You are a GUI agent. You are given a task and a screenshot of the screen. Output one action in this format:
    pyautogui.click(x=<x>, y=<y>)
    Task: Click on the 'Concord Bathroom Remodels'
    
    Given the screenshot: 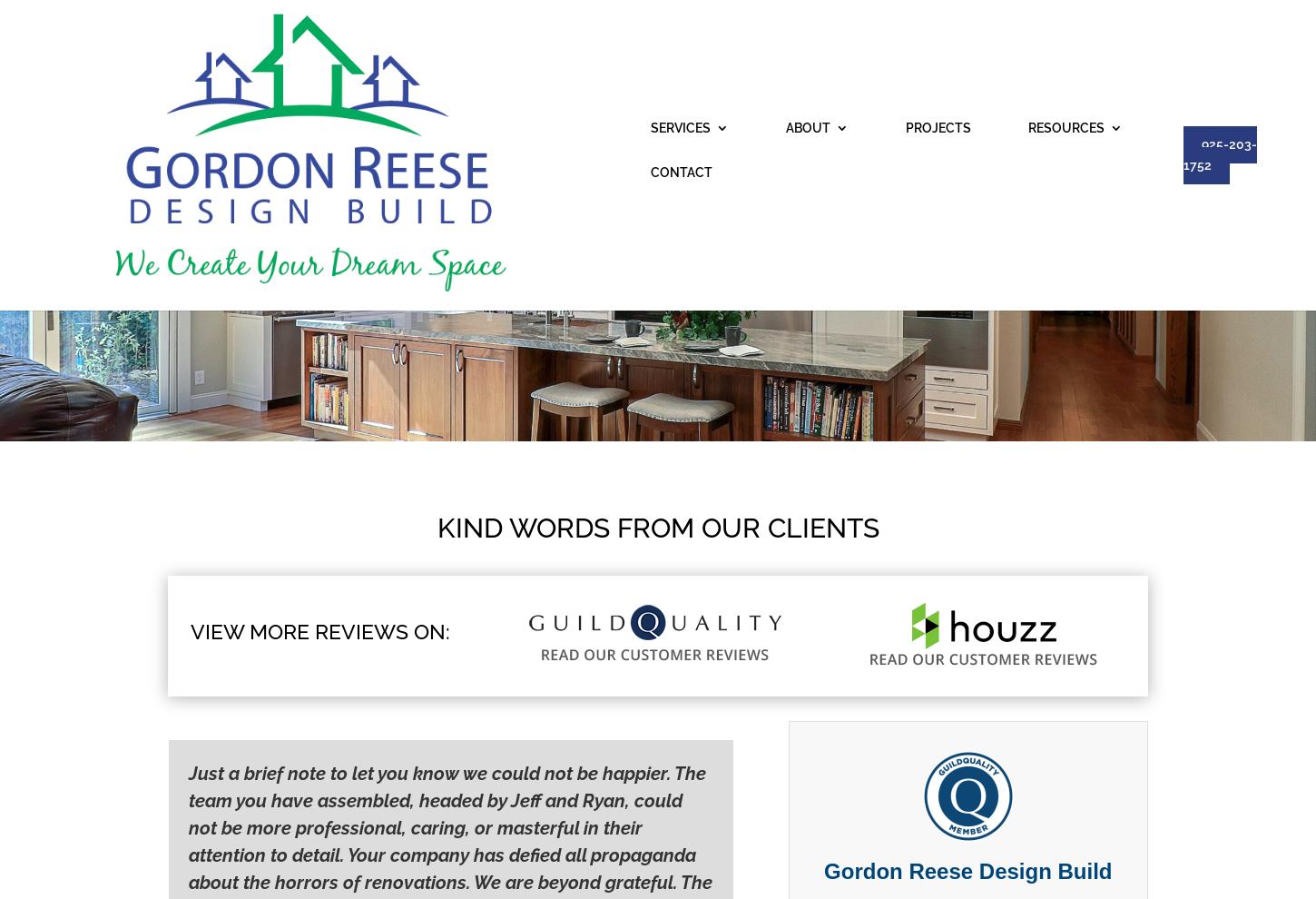 What is the action you would take?
    pyautogui.click(x=683, y=422)
    